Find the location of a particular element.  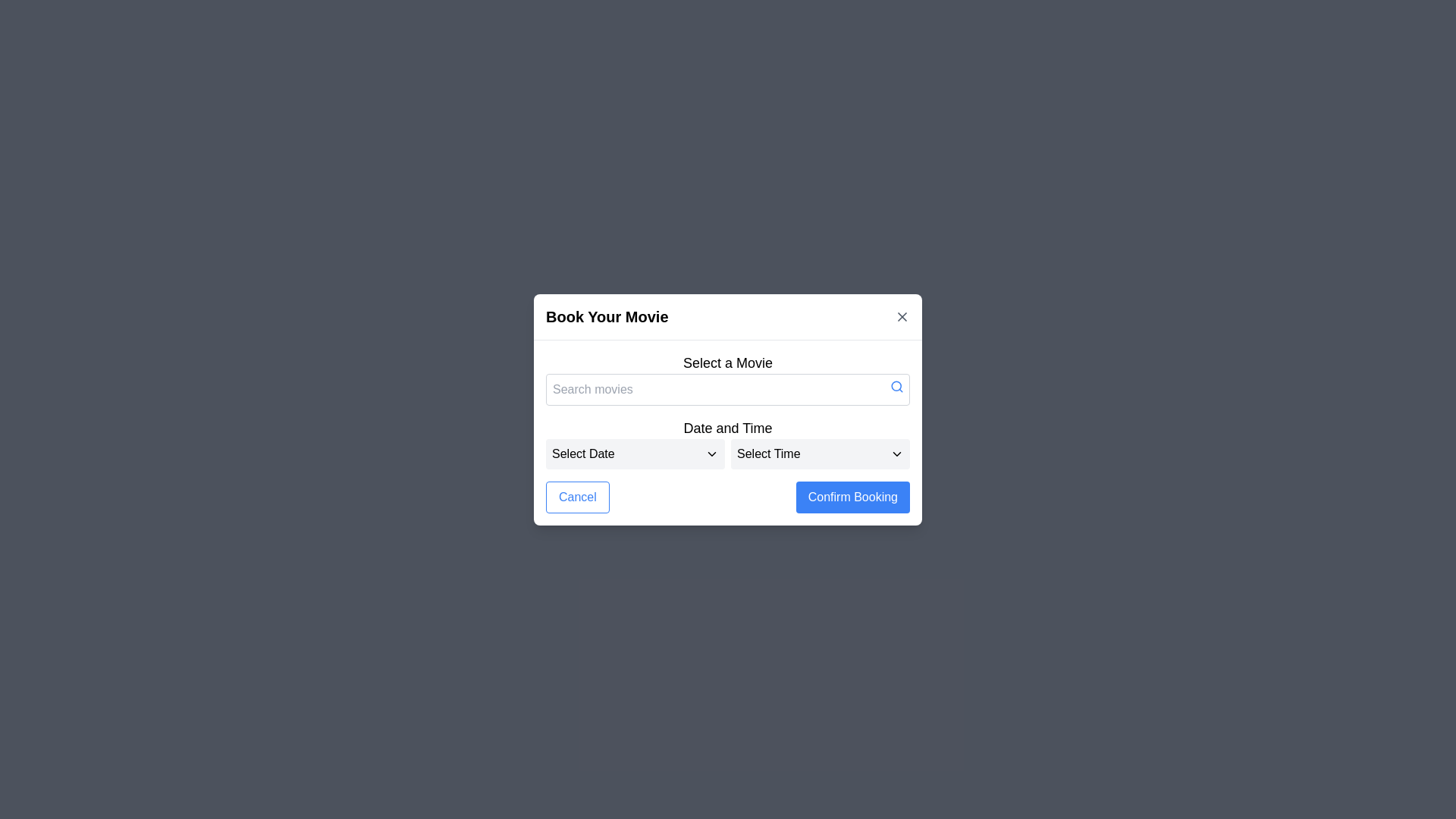

the static text label element that displays 'Date and Time', which is centered above the dropdown components for selecting a date and time is located at coordinates (728, 428).